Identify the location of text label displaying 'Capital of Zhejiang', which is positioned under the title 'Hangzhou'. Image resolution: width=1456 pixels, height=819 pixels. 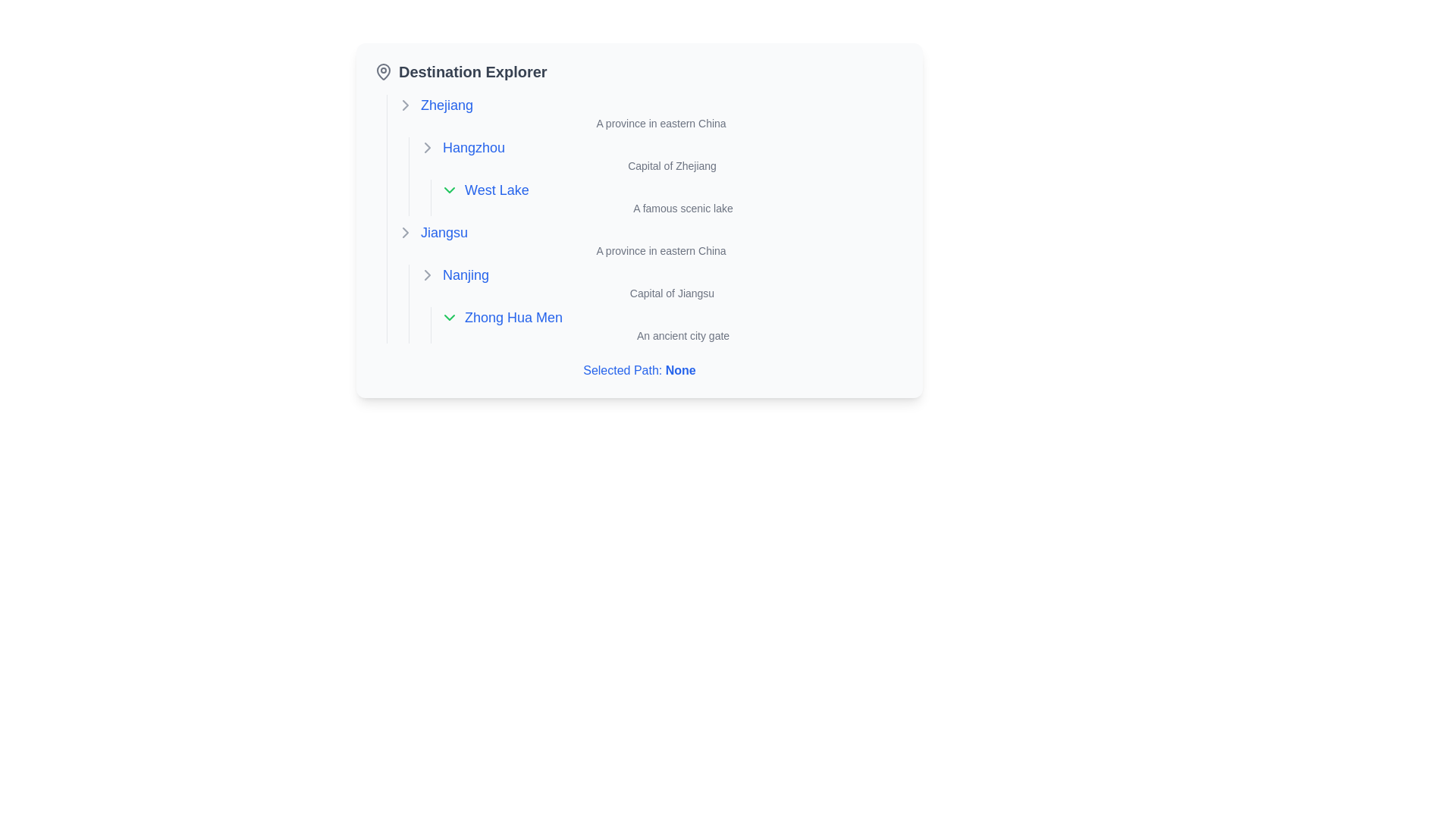
(661, 166).